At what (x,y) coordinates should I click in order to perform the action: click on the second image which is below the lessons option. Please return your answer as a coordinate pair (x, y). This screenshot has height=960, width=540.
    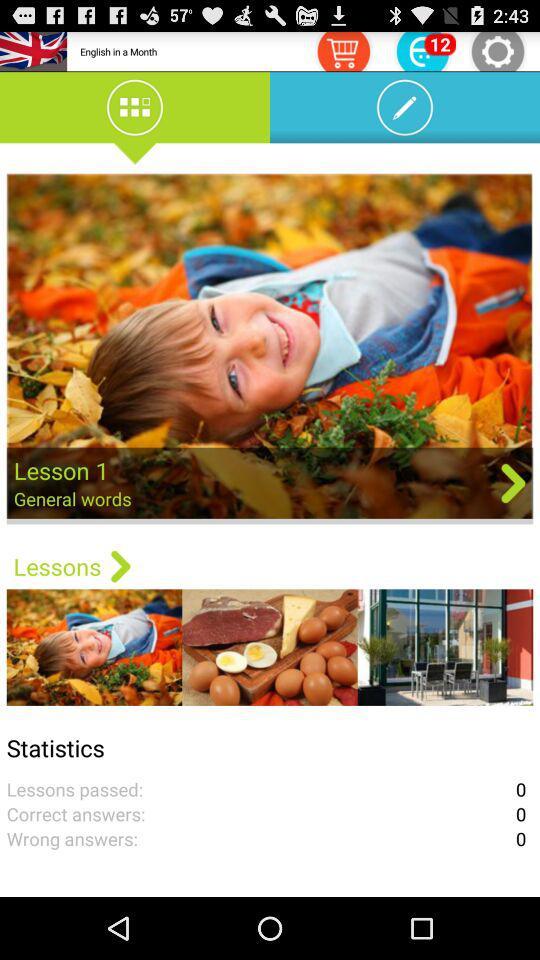
    Looking at the image, I should click on (270, 646).